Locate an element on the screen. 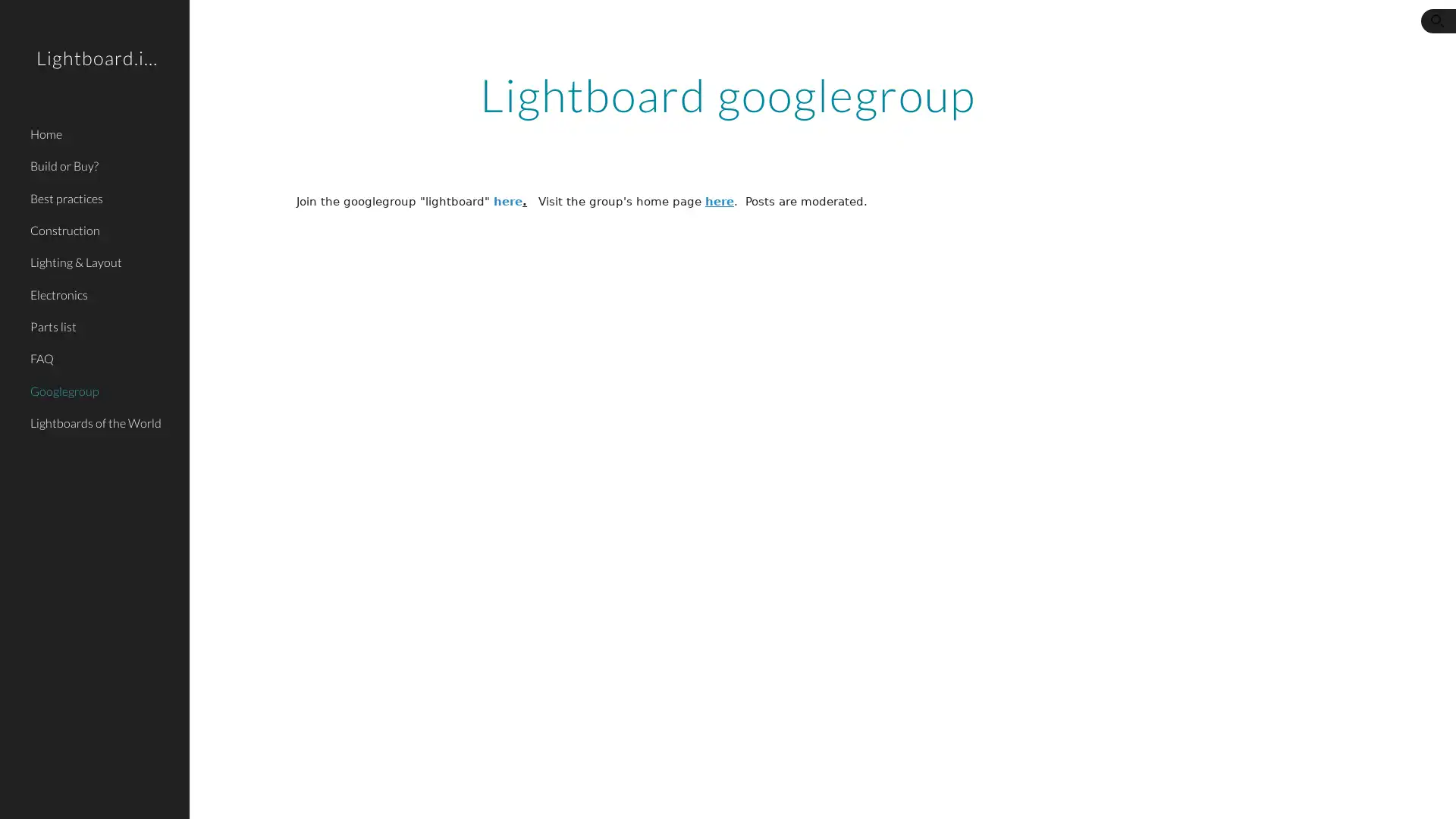 The image size is (1456, 819). Skip to main content is located at coordinates (597, 28).